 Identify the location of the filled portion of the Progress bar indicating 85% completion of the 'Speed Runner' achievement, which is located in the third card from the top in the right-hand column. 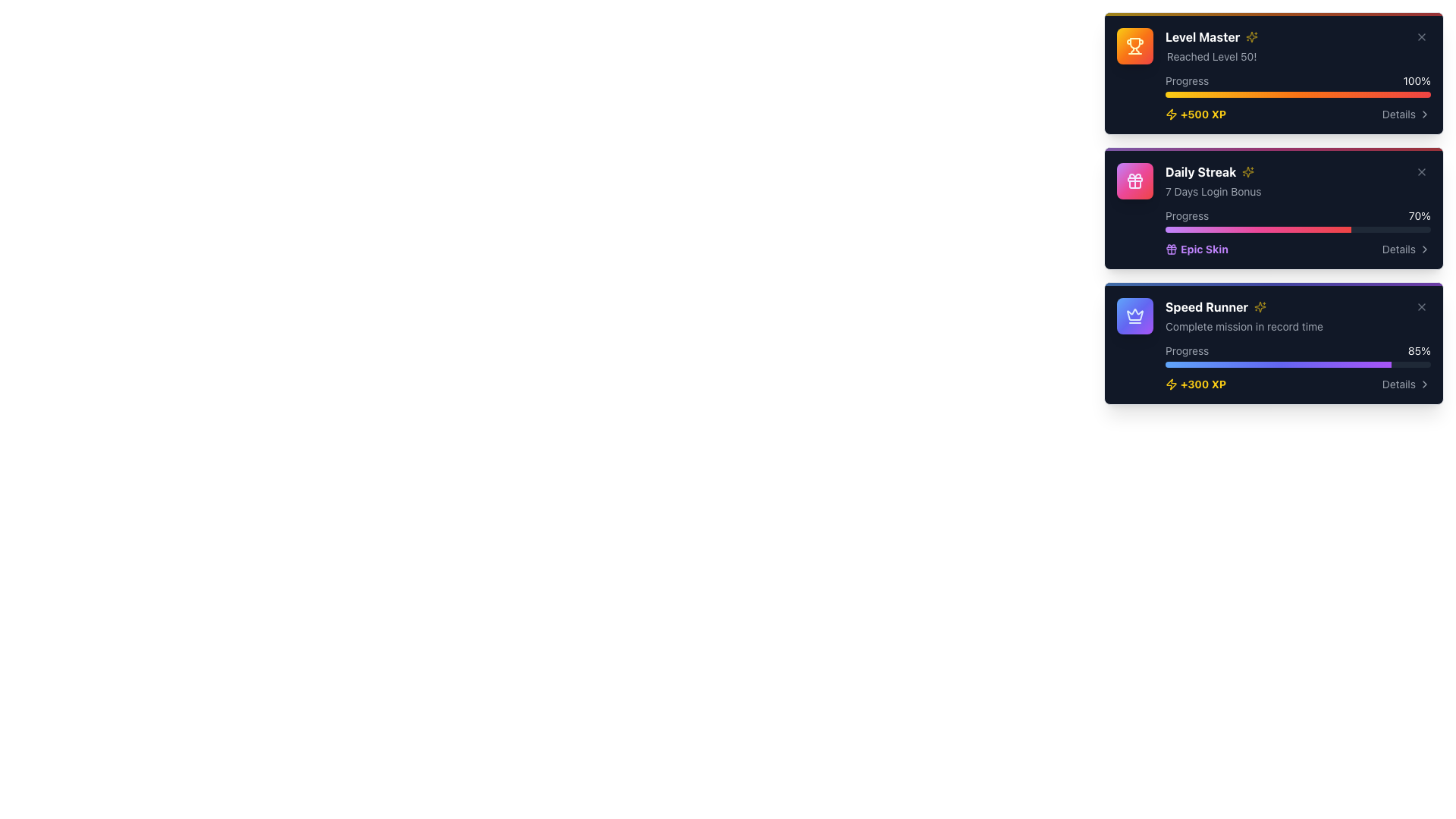
(1277, 365).